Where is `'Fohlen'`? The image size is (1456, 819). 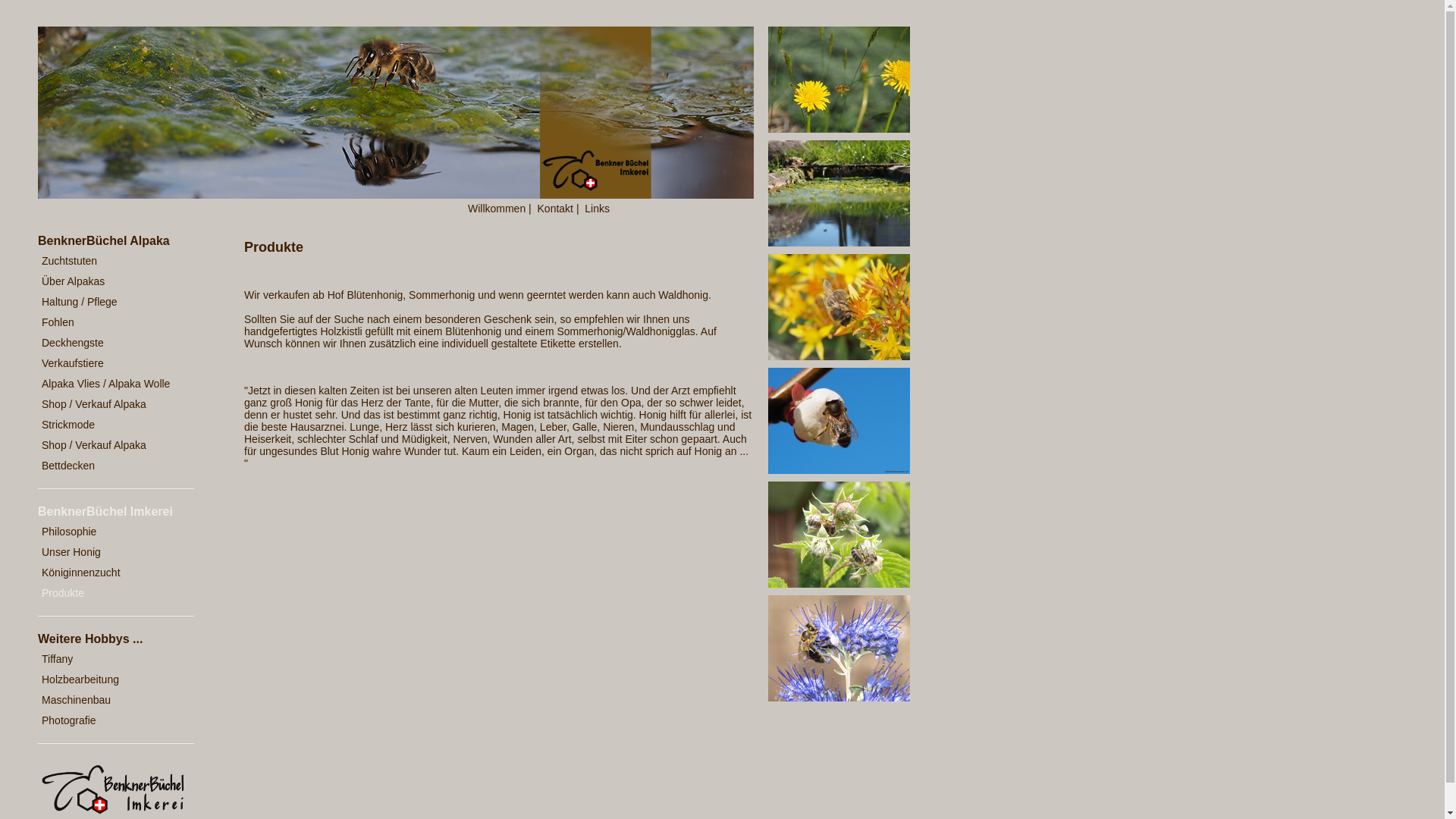 'Fohlen' is located at coordinates (108, 322).